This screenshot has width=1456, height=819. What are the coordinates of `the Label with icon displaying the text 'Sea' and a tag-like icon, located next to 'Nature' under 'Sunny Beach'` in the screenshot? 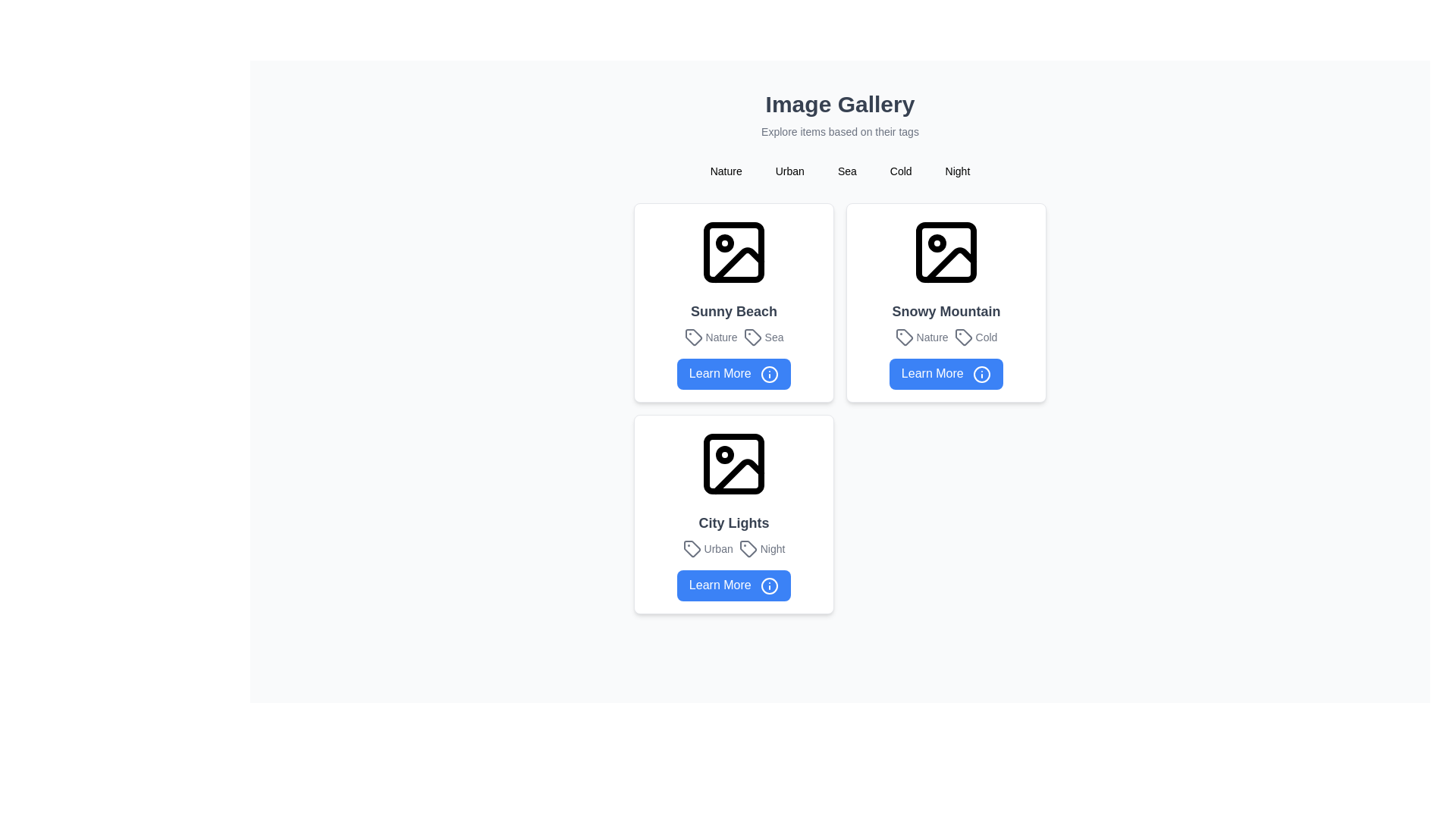 It's located at (764, 336).